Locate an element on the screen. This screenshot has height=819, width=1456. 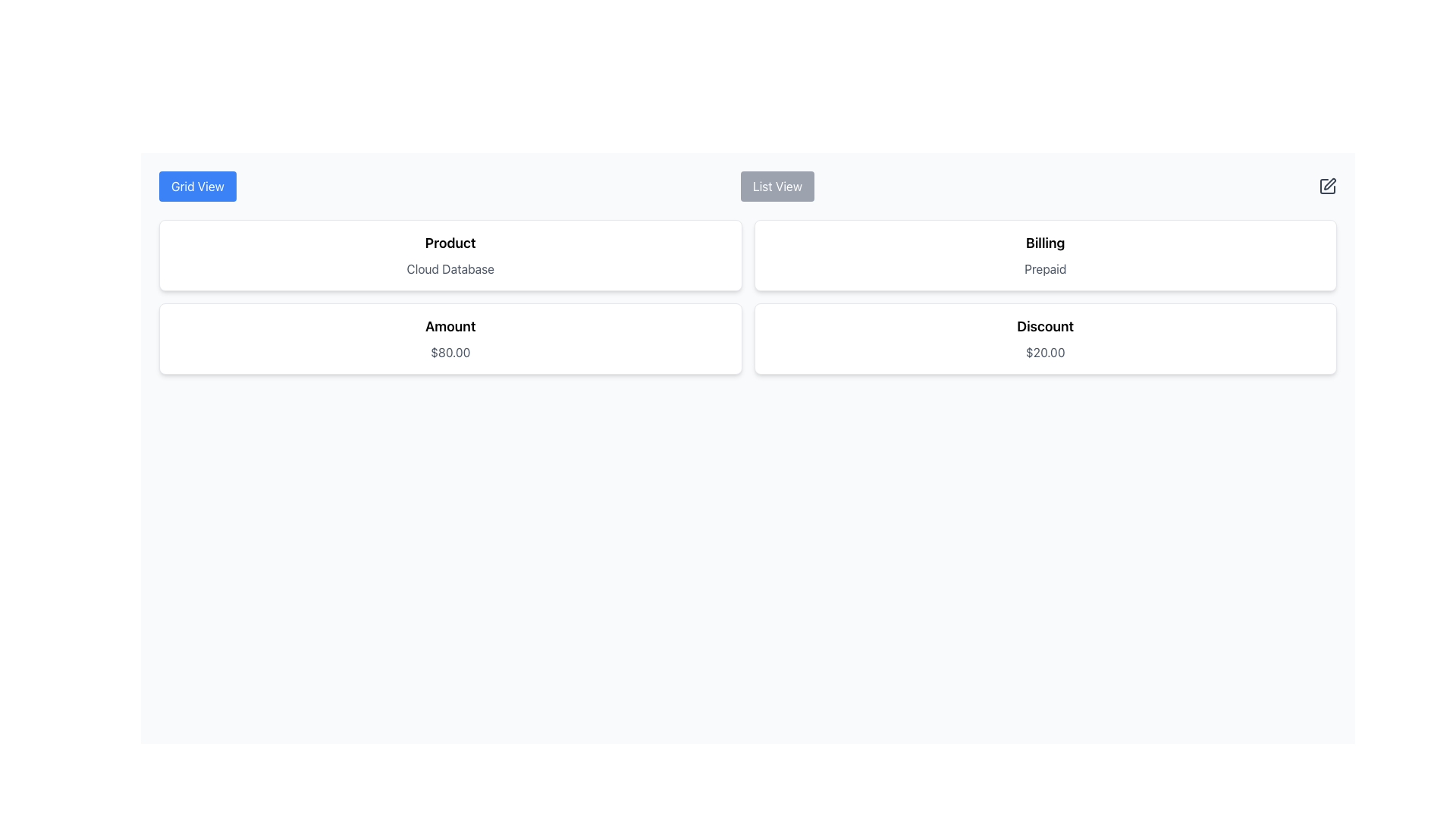
the display card showing the amount $80.00, which is the third card in the grid layout located below the 'Product' card and to the left of the 'Discount' card for interaction feedback is located at coordinates (450, 338).